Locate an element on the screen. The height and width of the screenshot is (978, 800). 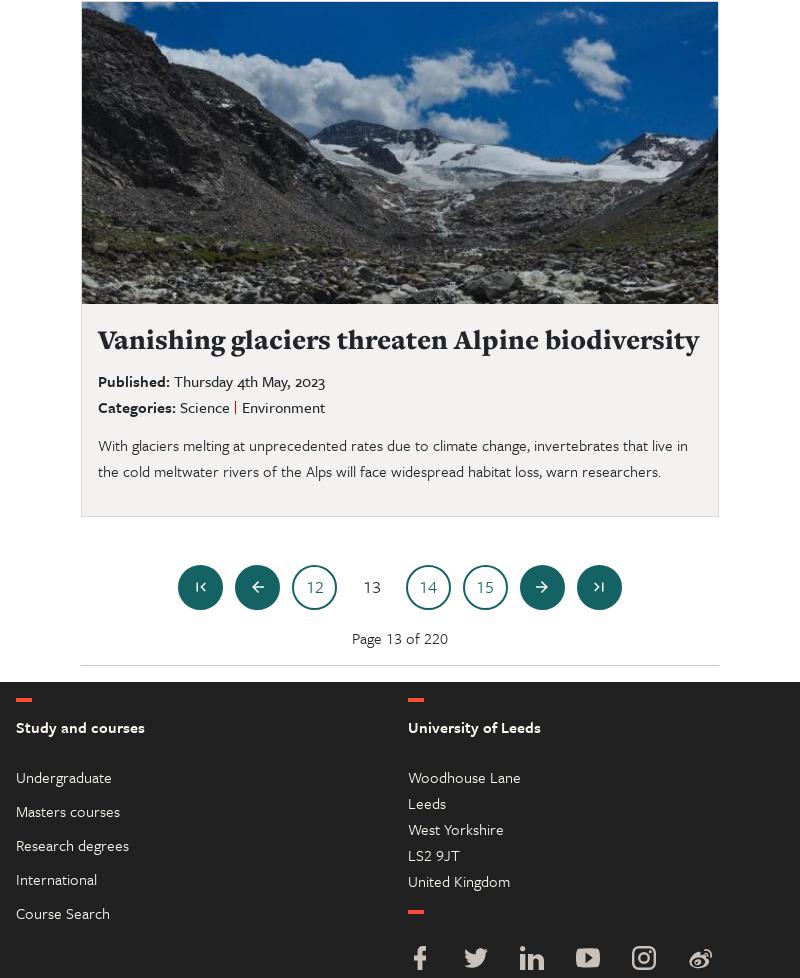
'Science' is located at coordinates (204, 404).